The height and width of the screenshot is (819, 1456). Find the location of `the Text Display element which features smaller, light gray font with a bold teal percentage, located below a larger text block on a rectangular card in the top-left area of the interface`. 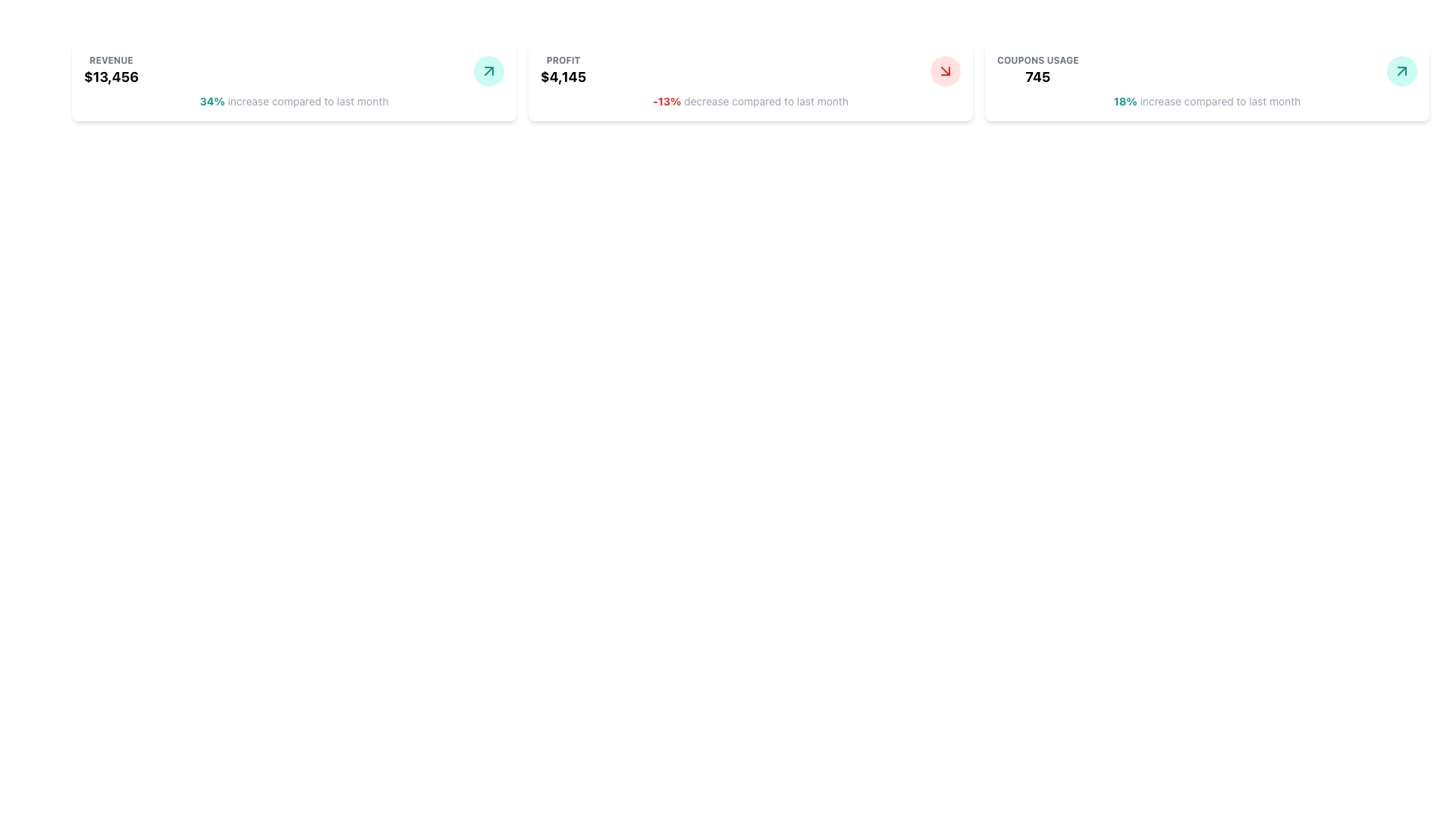

the Text Display element which features smaller, light gray font with a bold teal percentage, located below a larger text block on a rectangular card in the top-left area of the interface is located at coordinates (294, 102).